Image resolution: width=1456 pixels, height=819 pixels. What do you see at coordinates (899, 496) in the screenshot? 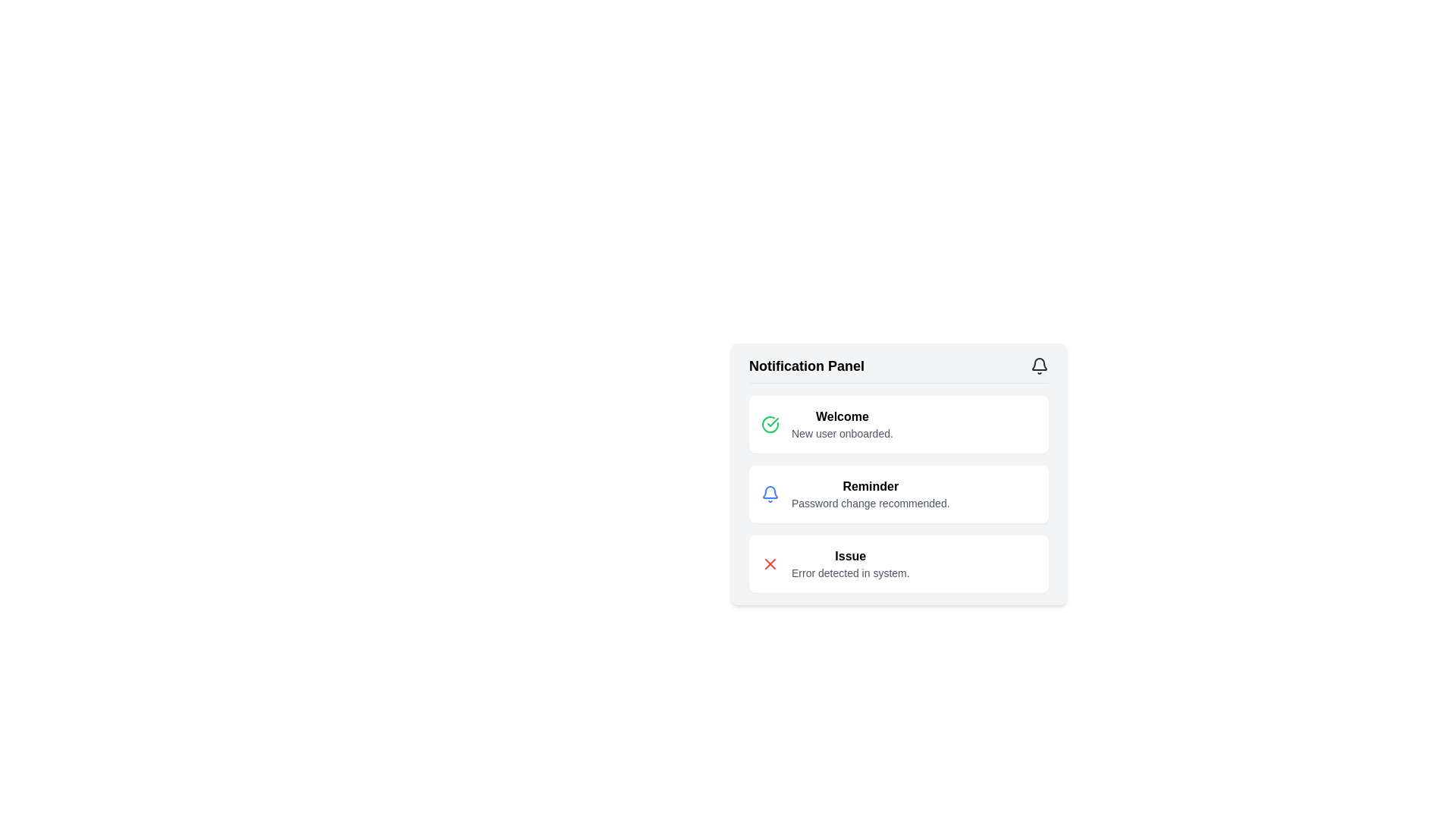
I see `the second notification card in the Notification Panel, which contains the word 'Reminder' in bold and the descriptive text 'Password change recommended.'` at bounding box center [899, 496].